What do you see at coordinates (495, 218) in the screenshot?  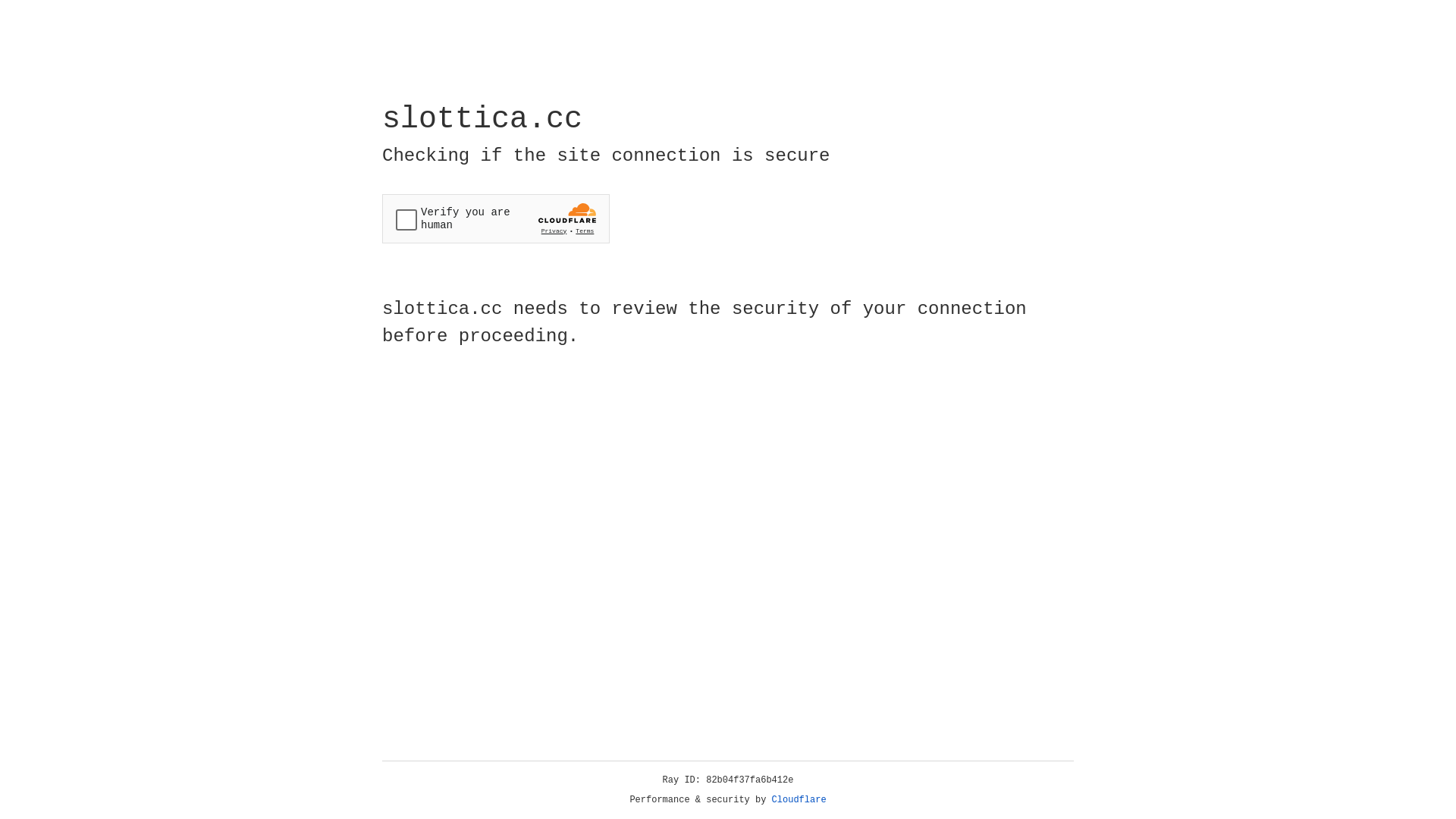 I see `'Widget containing a Cloudflare security challenge'` at bounding box center [495, 218].